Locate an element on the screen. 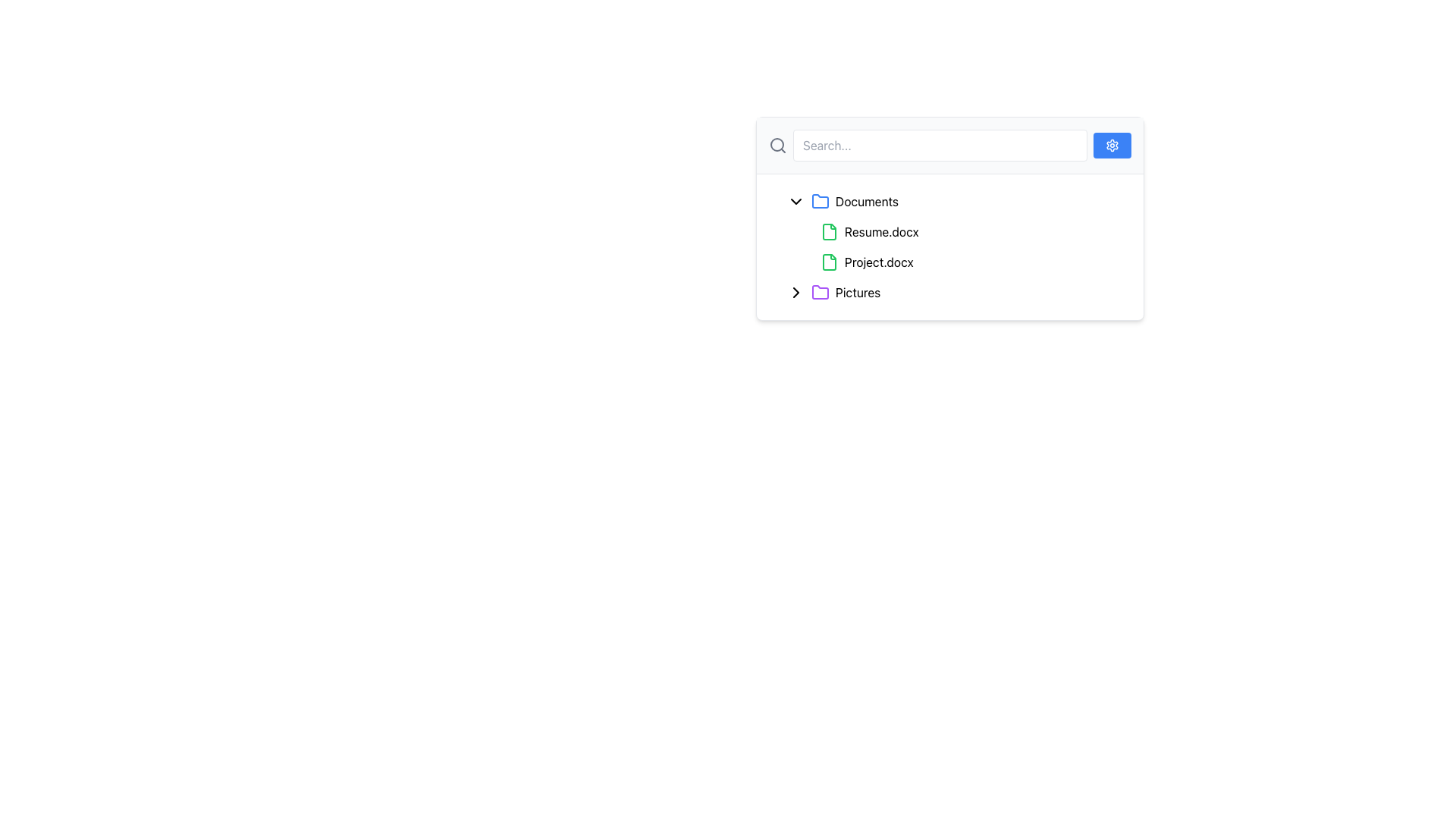  the file icon representing 'Project.docx' is located at coordinates (829, 262).